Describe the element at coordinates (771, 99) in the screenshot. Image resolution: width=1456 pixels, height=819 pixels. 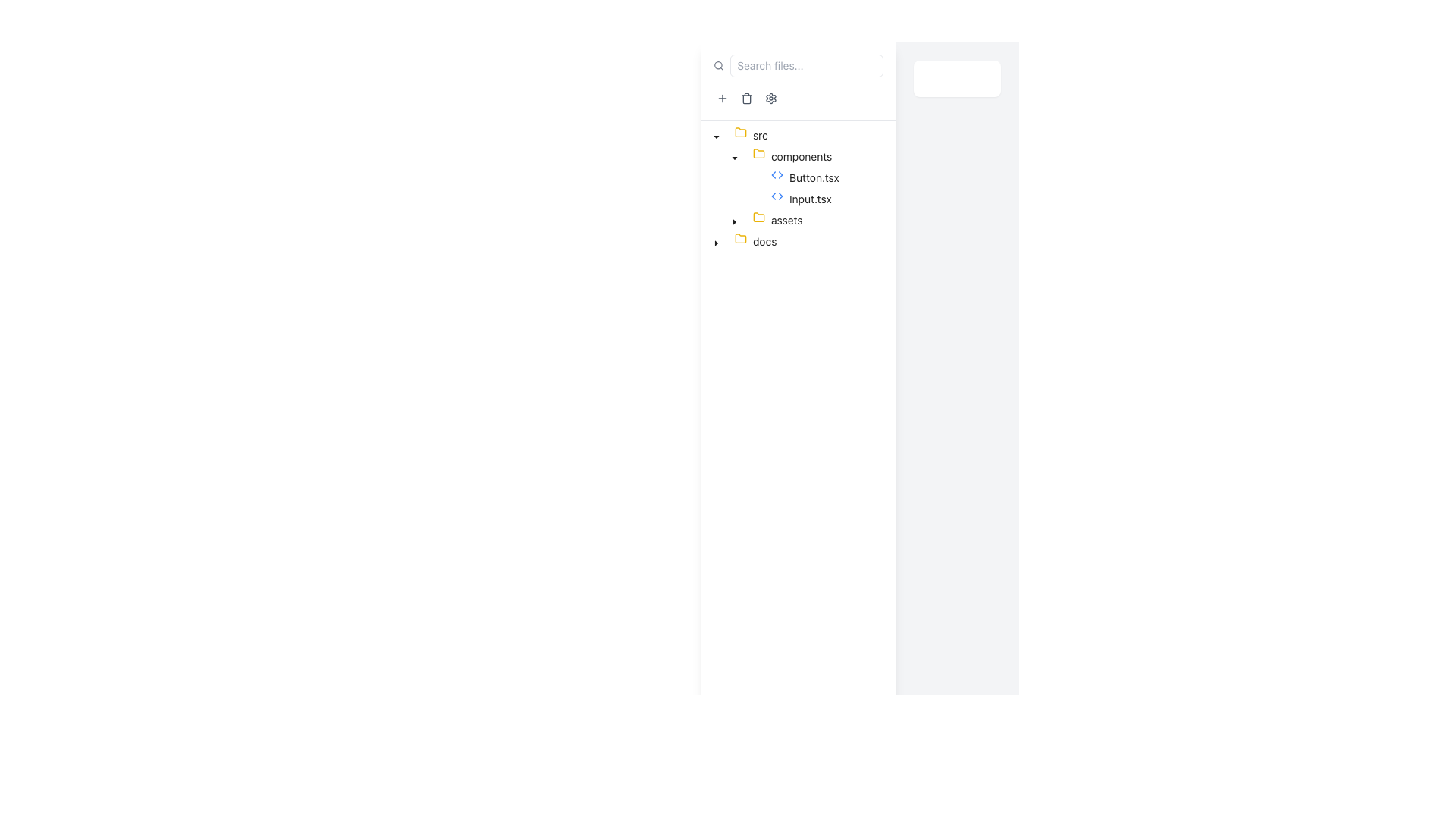
I see `the settings icon located at the top-left panel of the interface, near the search bar` at that location.